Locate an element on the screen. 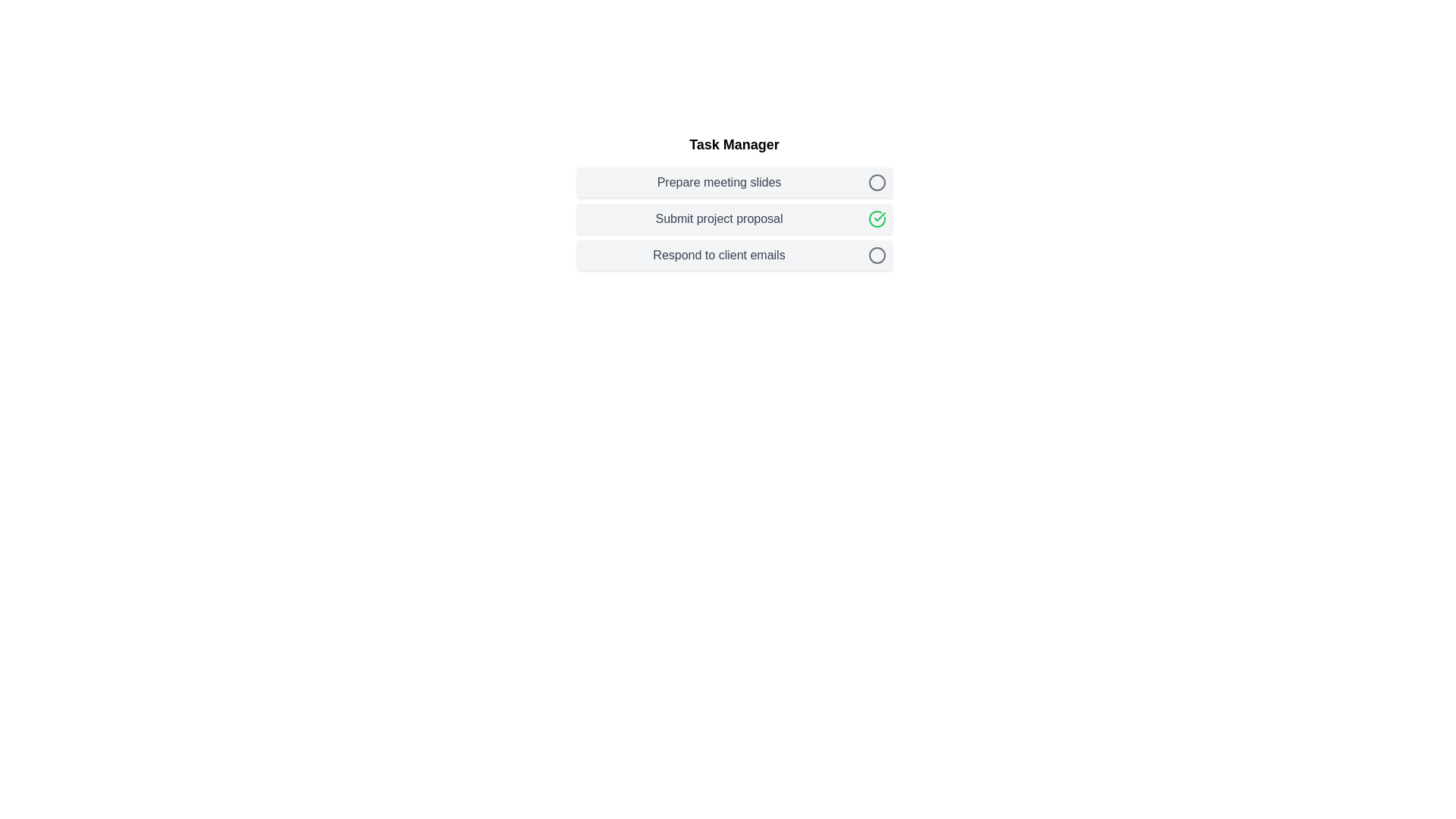 The height and width of the screenshot is (819, 1456). the circular button at the rightmost part of the 'Prepare meeting slides' task item is located at coordinates (877, 181).